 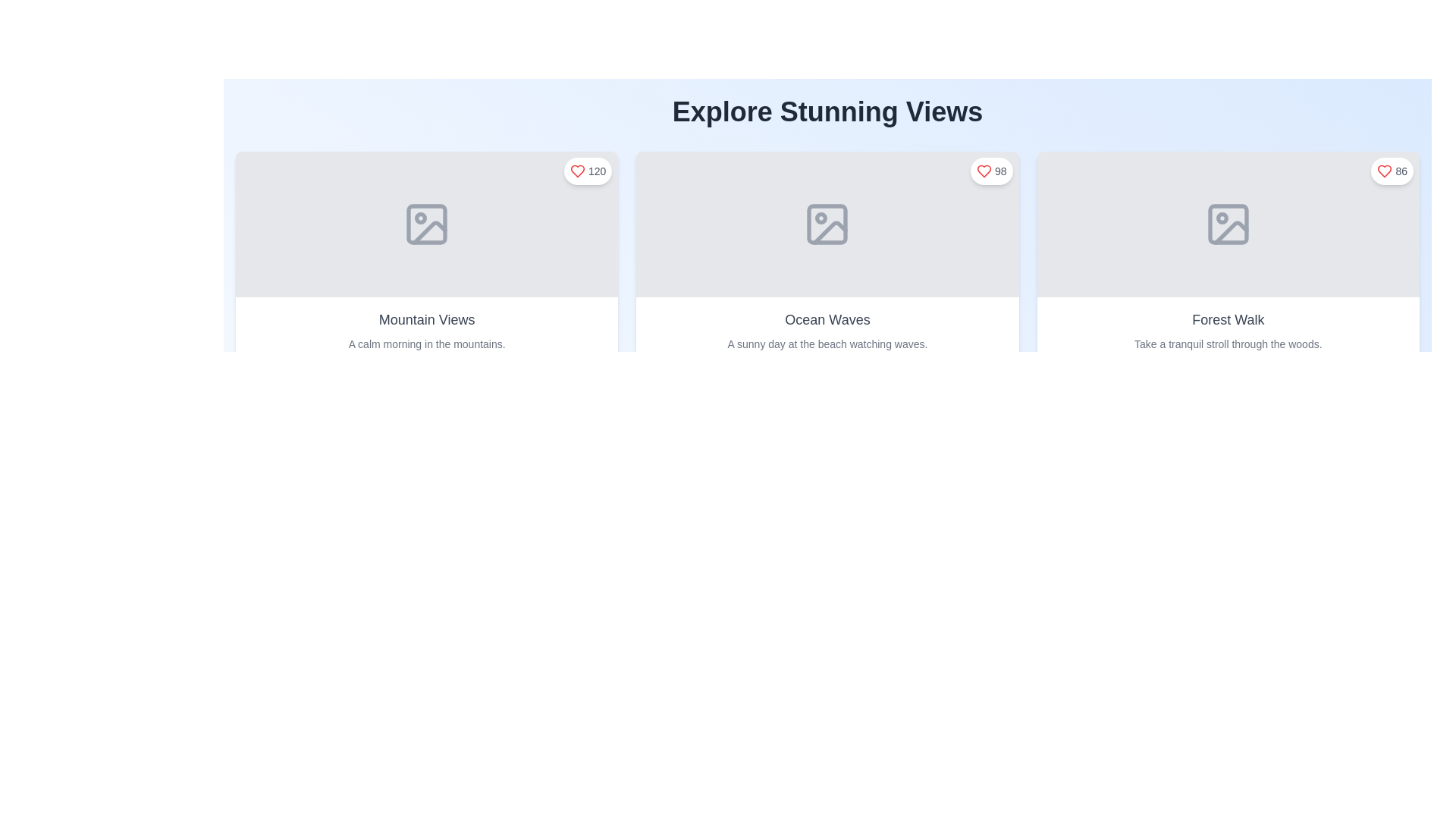 I want to click on the Label Section that contains the text 'Ocean Waves' and 'A sunny day at the beach watching waves', located within the middle card of three horizontal cards, so click(x=827, y=329).